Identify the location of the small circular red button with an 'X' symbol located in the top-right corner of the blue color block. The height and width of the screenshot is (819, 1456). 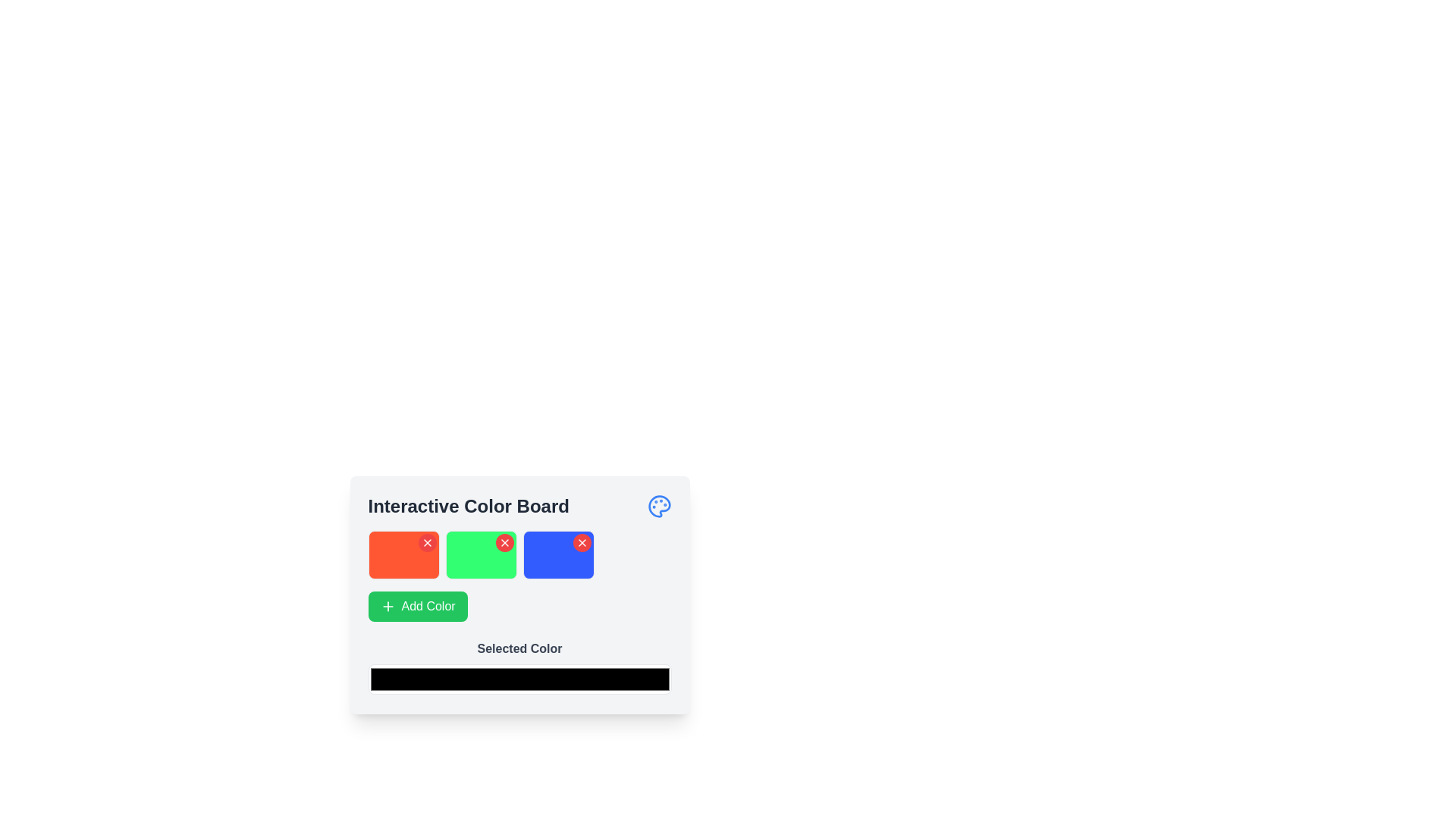
(581, 542).